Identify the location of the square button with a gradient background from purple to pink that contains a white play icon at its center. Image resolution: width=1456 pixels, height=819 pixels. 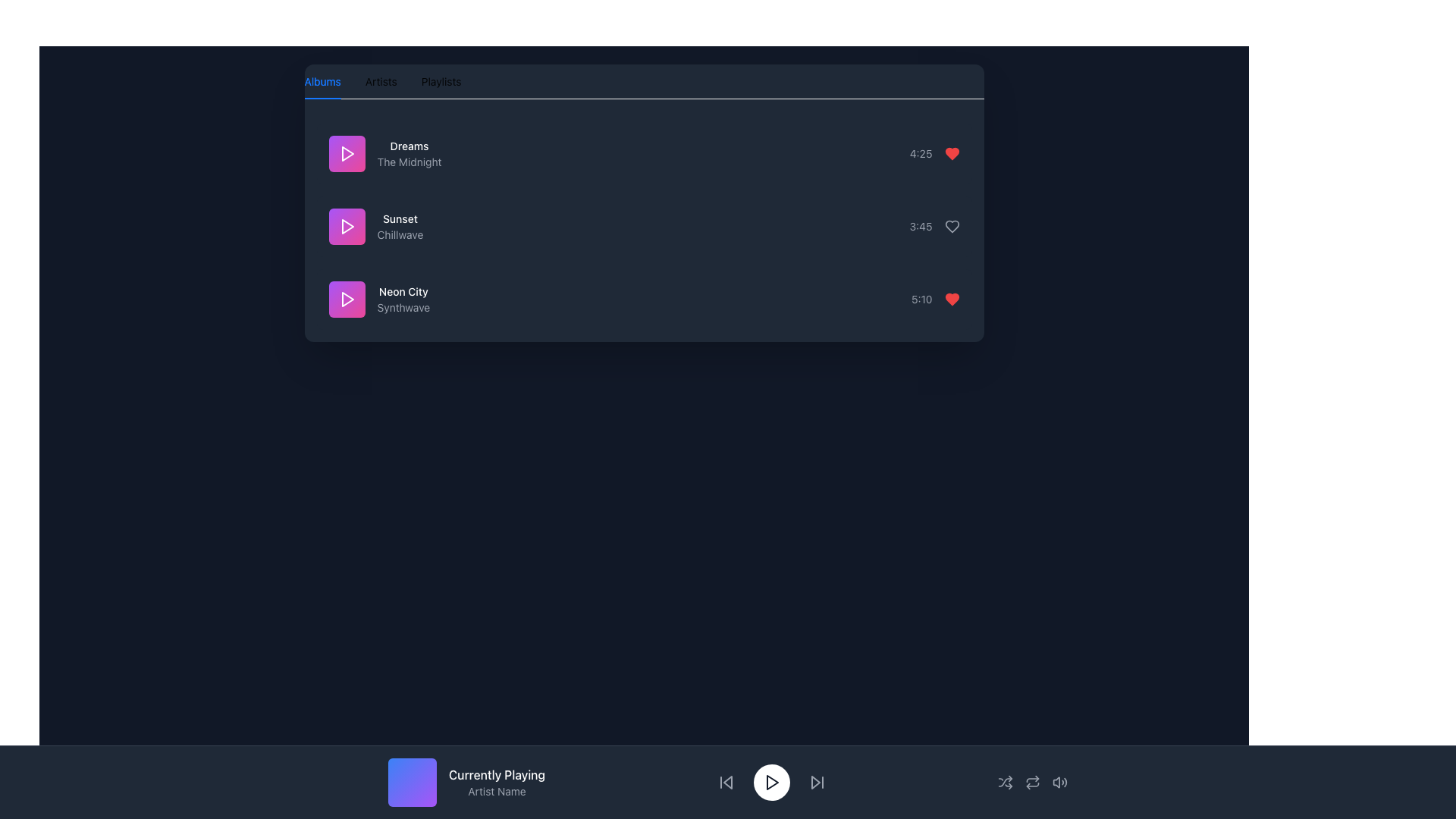
(346, 227).